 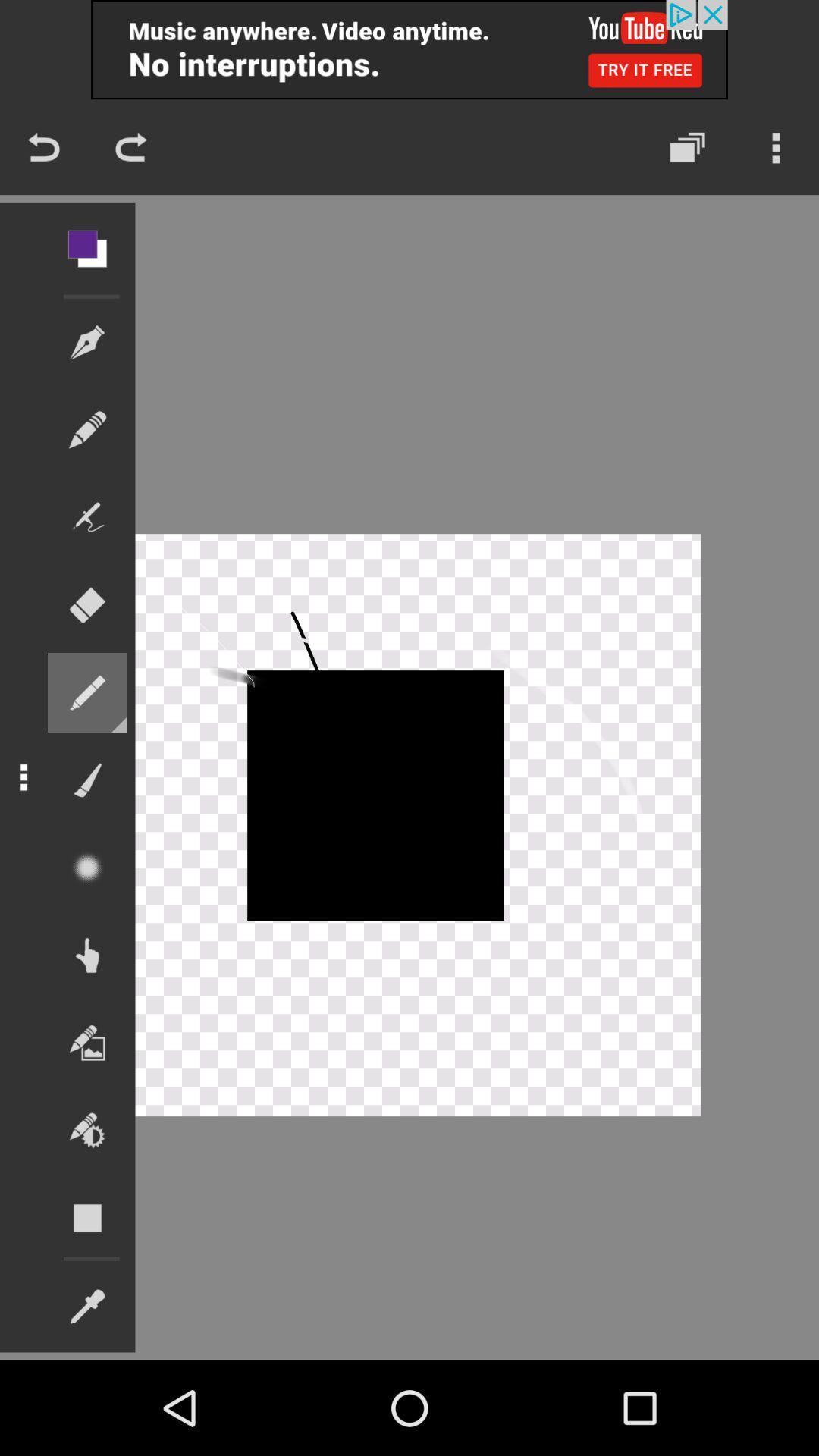 I want to click on the undo icon, so click(x=42, y=147).